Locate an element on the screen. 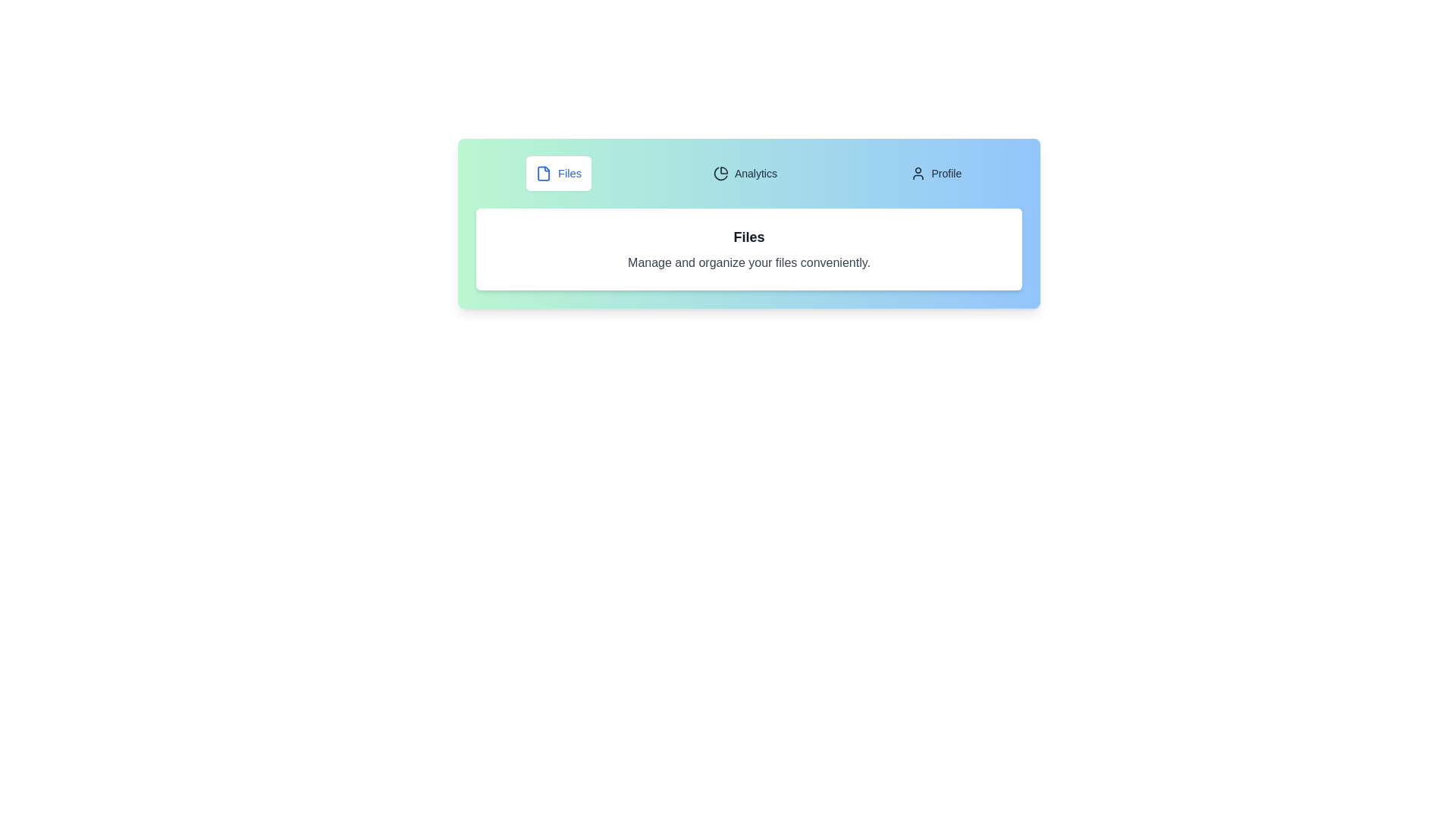 The image size is (1456, 819). the button labeled Analytics is located at coordinates (745, 172).